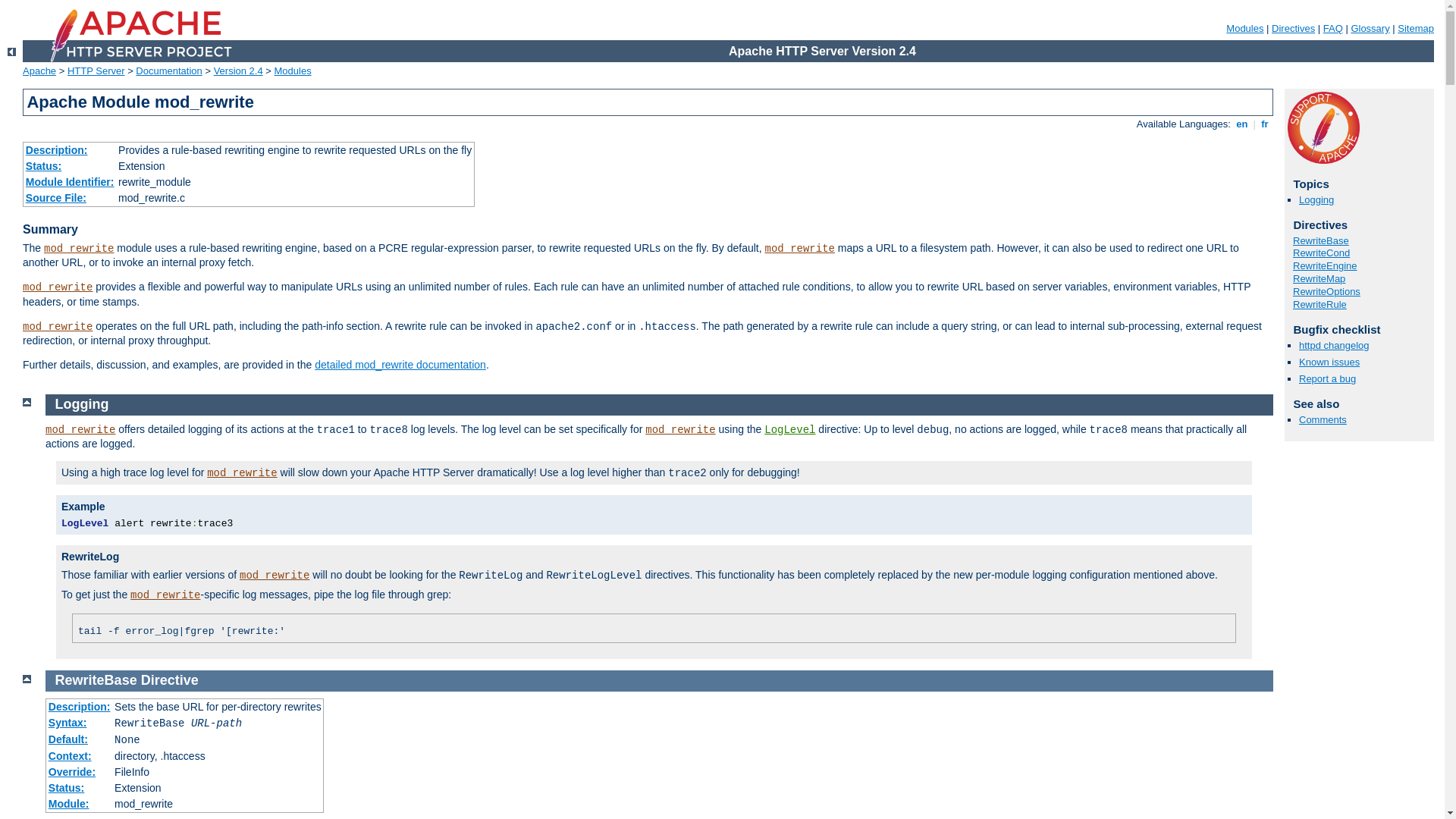 The image size is (1456, 819). What do you see at coordinates (1328, 362) in the screenshot?
I see `'Known issues'` at bounding box center [1328, 362].